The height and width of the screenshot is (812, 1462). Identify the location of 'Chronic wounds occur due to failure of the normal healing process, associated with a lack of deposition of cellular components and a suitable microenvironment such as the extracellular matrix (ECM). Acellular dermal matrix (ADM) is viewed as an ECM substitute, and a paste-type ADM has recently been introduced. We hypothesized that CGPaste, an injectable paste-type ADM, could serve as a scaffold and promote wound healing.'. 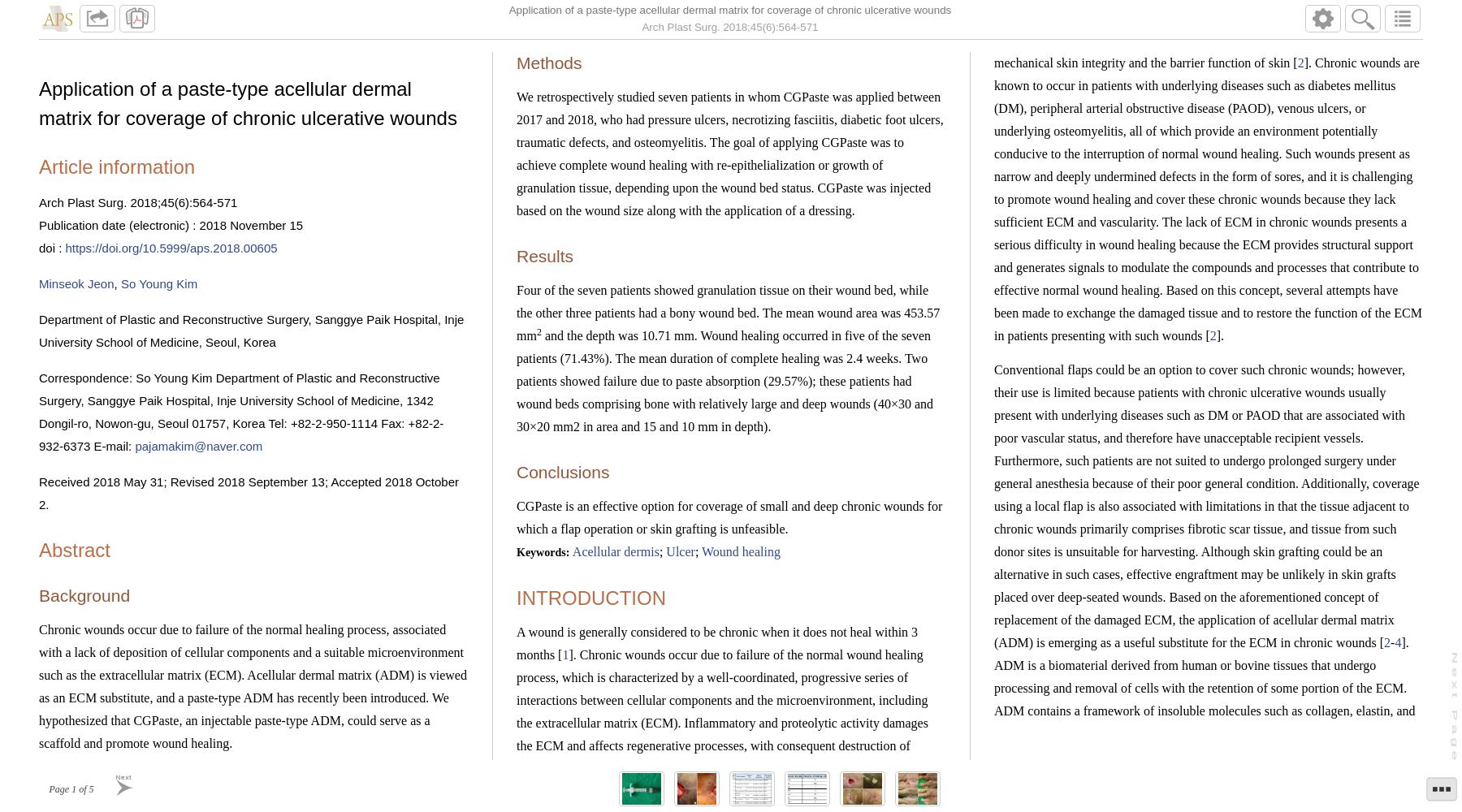
(38, 685).